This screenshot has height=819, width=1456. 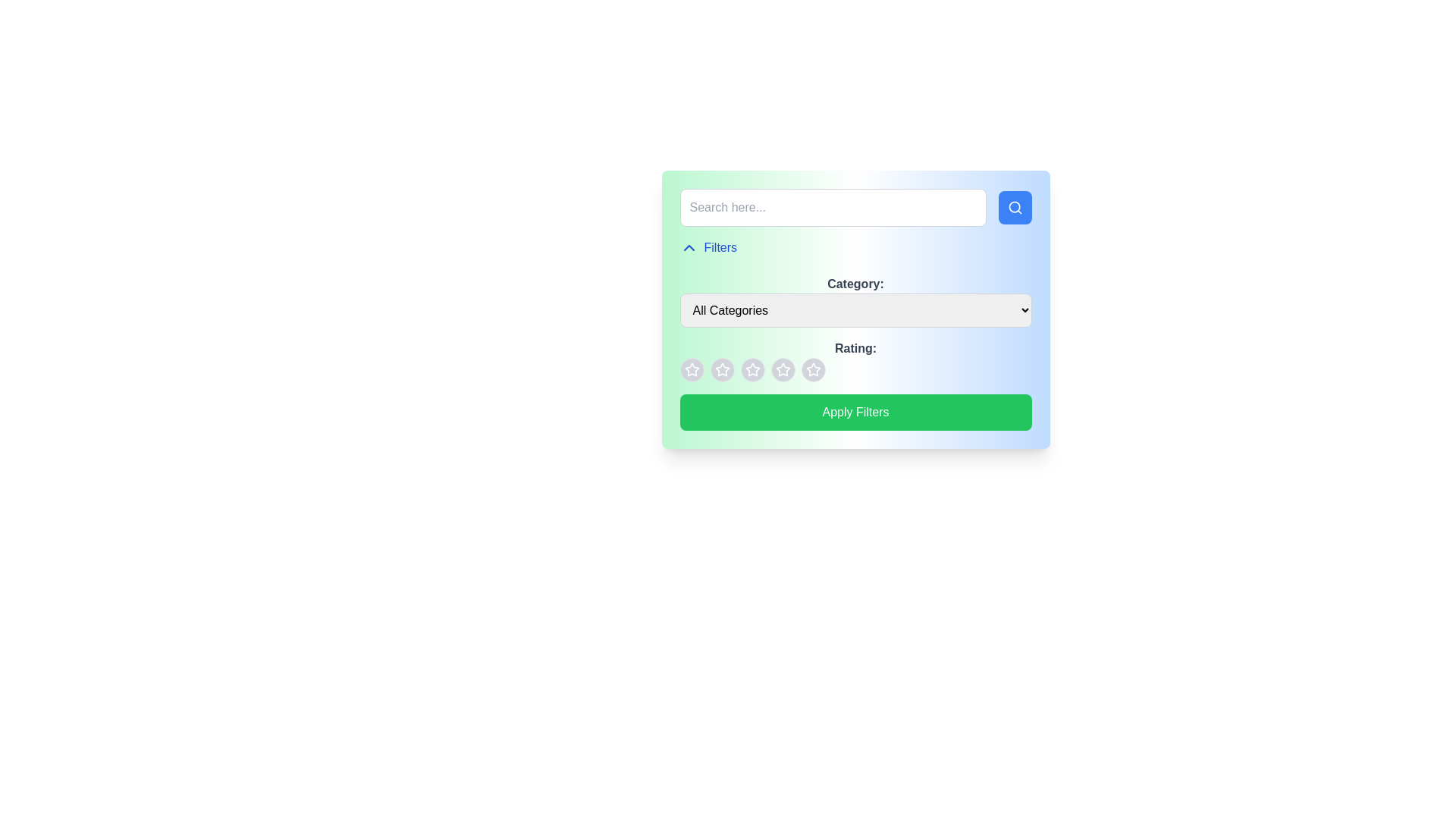 I want to click on the first star in the rating system, which is positioned below the 'All Categories' dropdown and horizontally aligned with the 'Rating' label in the filter panel, so click(x=691, y=370).